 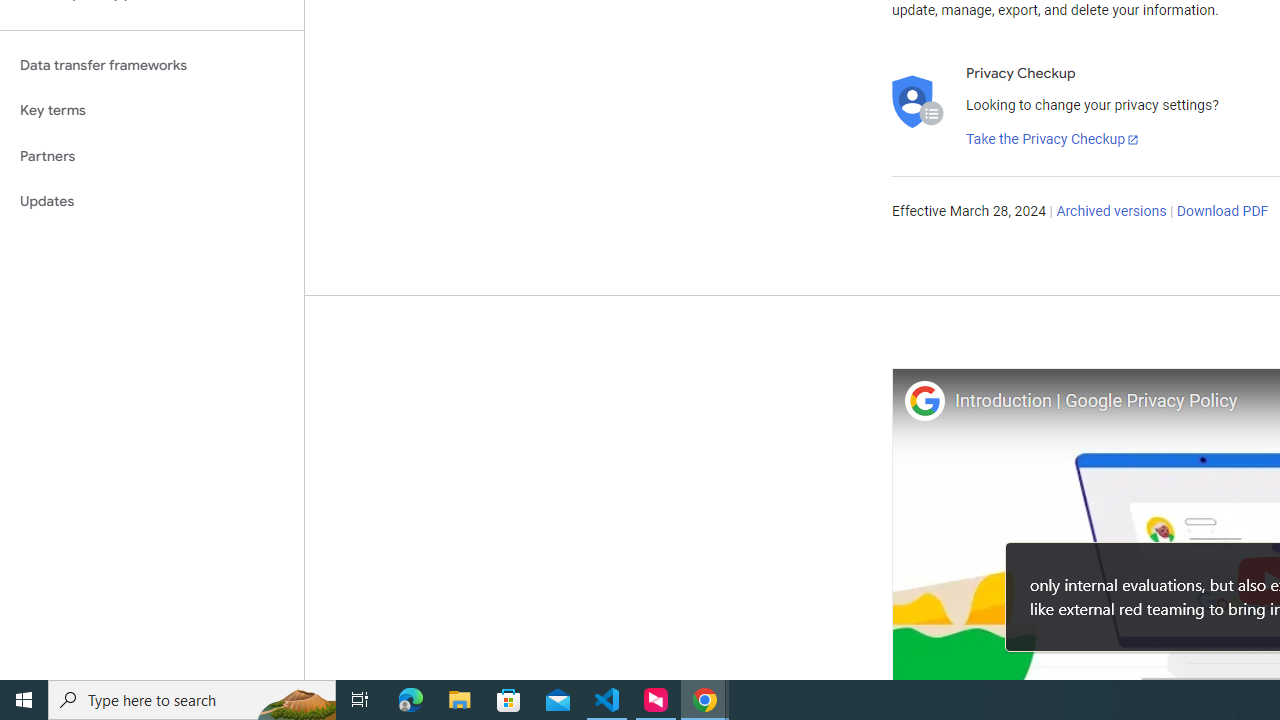 What do you see at coordinates (151, 155) in the screenshot?
I see `'Partners'` at bounding box center [151, 155].